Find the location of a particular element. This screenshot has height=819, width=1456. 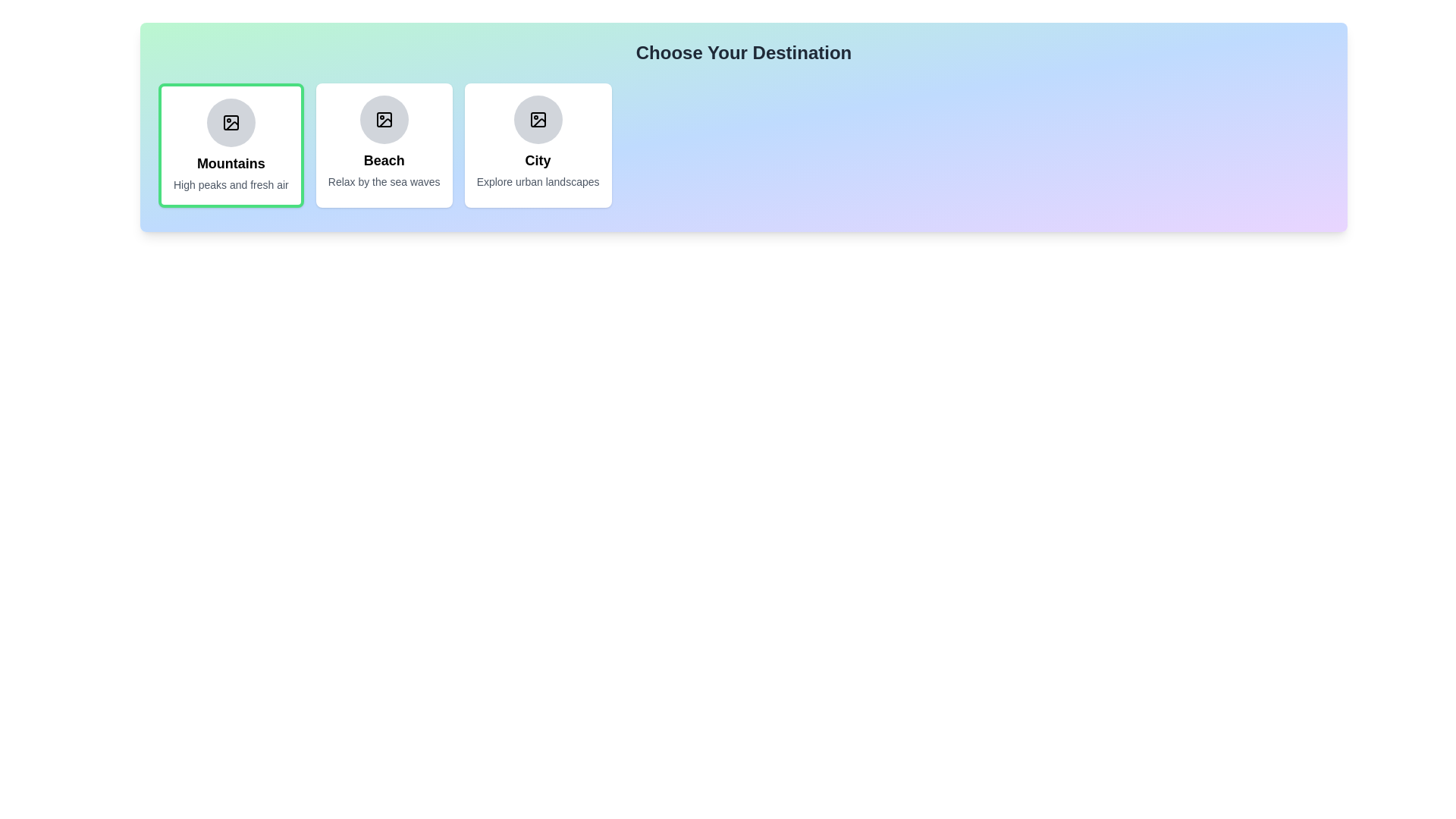

the chip labeled 'Beach' to observe its hover effect is located at coordinates (384, 146).